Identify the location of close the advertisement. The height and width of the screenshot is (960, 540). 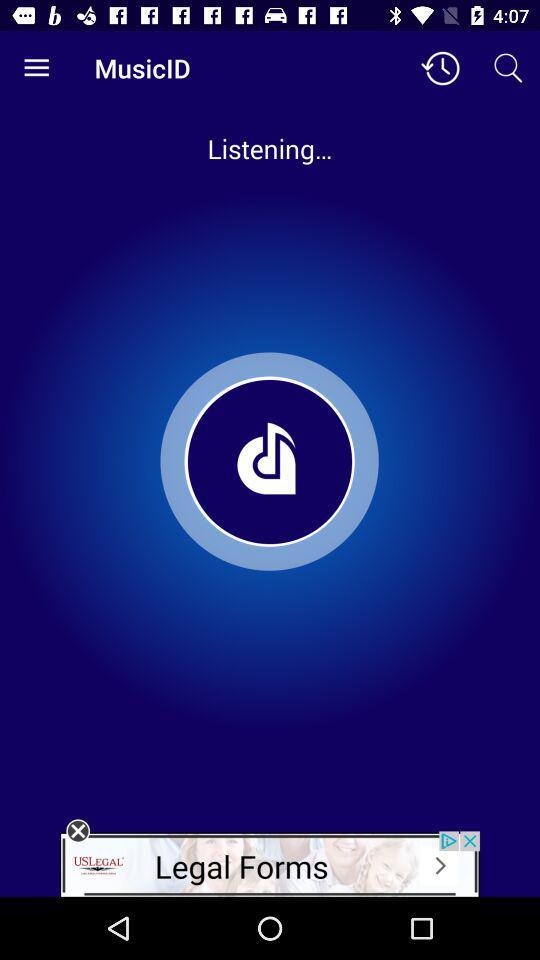
(77, 831).